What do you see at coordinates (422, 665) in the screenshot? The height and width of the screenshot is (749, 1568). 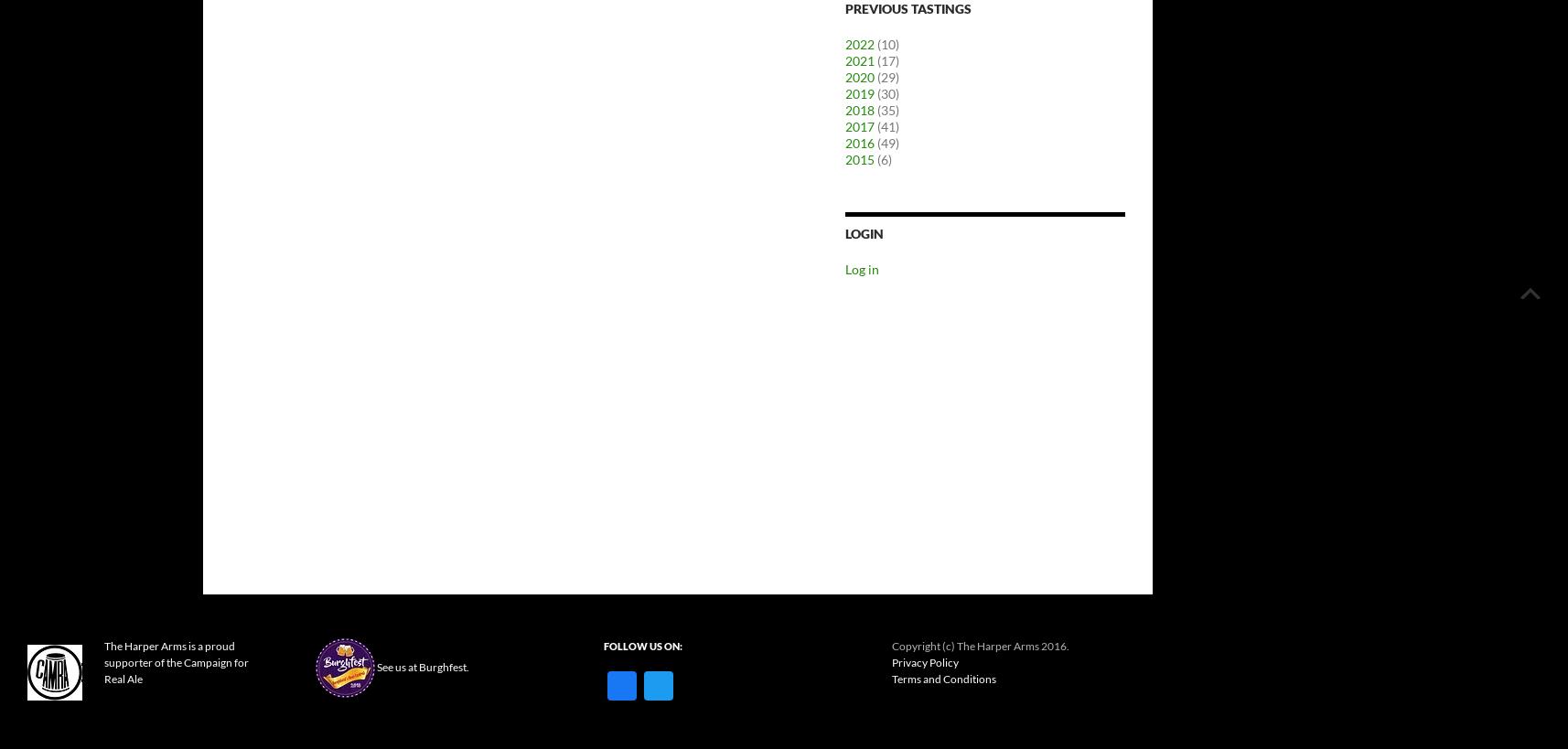 I see `'See us at Burghfest.'` at bounding box center [422, 665].